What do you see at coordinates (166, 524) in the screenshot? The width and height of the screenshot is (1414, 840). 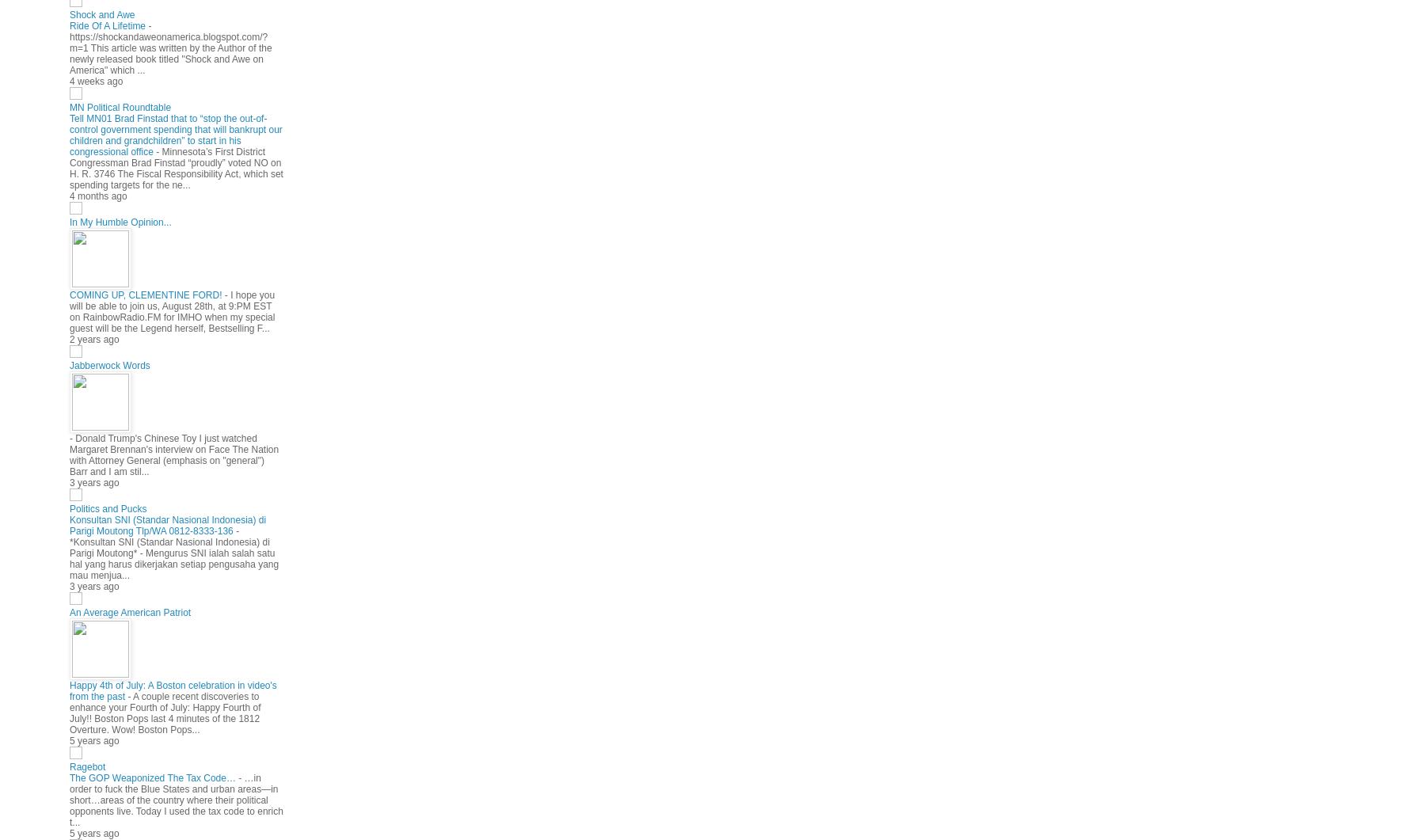 I see `'Konsultan SNI (Standar Nasional Indonesia) di Parigi Moutong Tlp/WA
0812-8333-136'` at bounding box center [166, 524].